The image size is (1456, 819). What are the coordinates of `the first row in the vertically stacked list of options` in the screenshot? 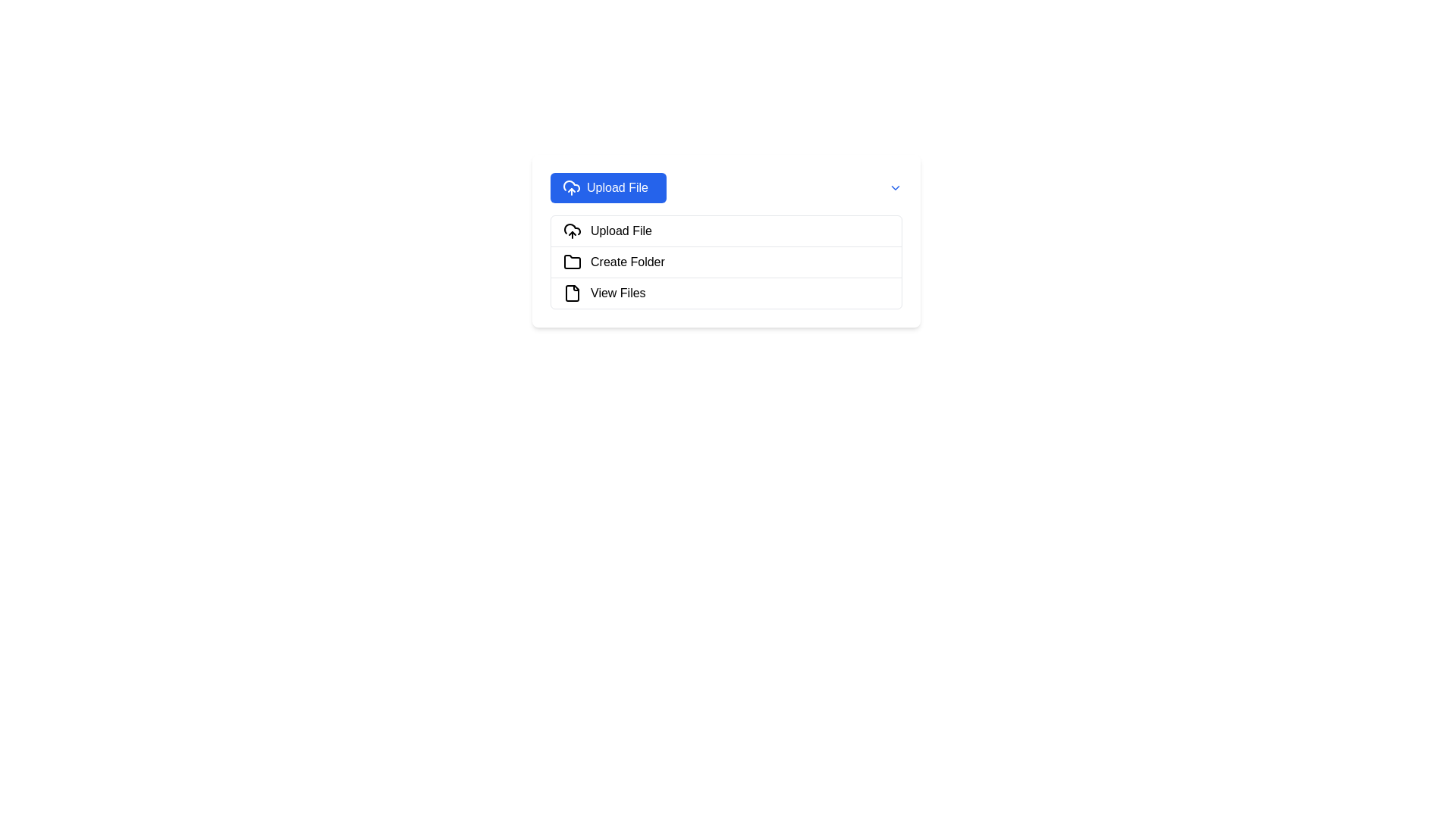 It's located at (726, 231).